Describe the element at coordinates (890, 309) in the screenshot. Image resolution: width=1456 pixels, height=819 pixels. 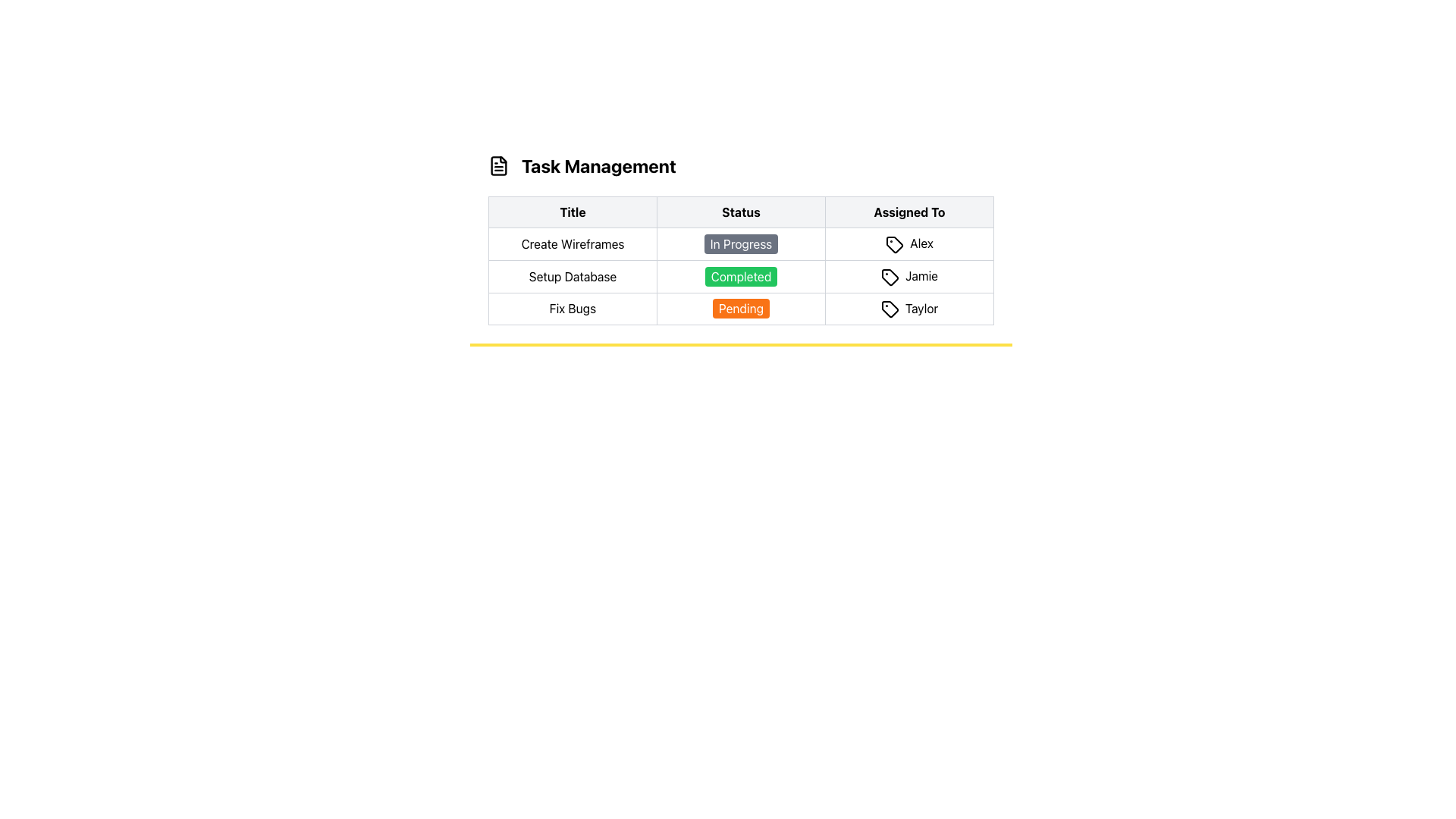
I see `the icon located in the third row of the 'Assigned To' column, which visually identifies or categorizes the assignment for 'Taylor'` at that location.